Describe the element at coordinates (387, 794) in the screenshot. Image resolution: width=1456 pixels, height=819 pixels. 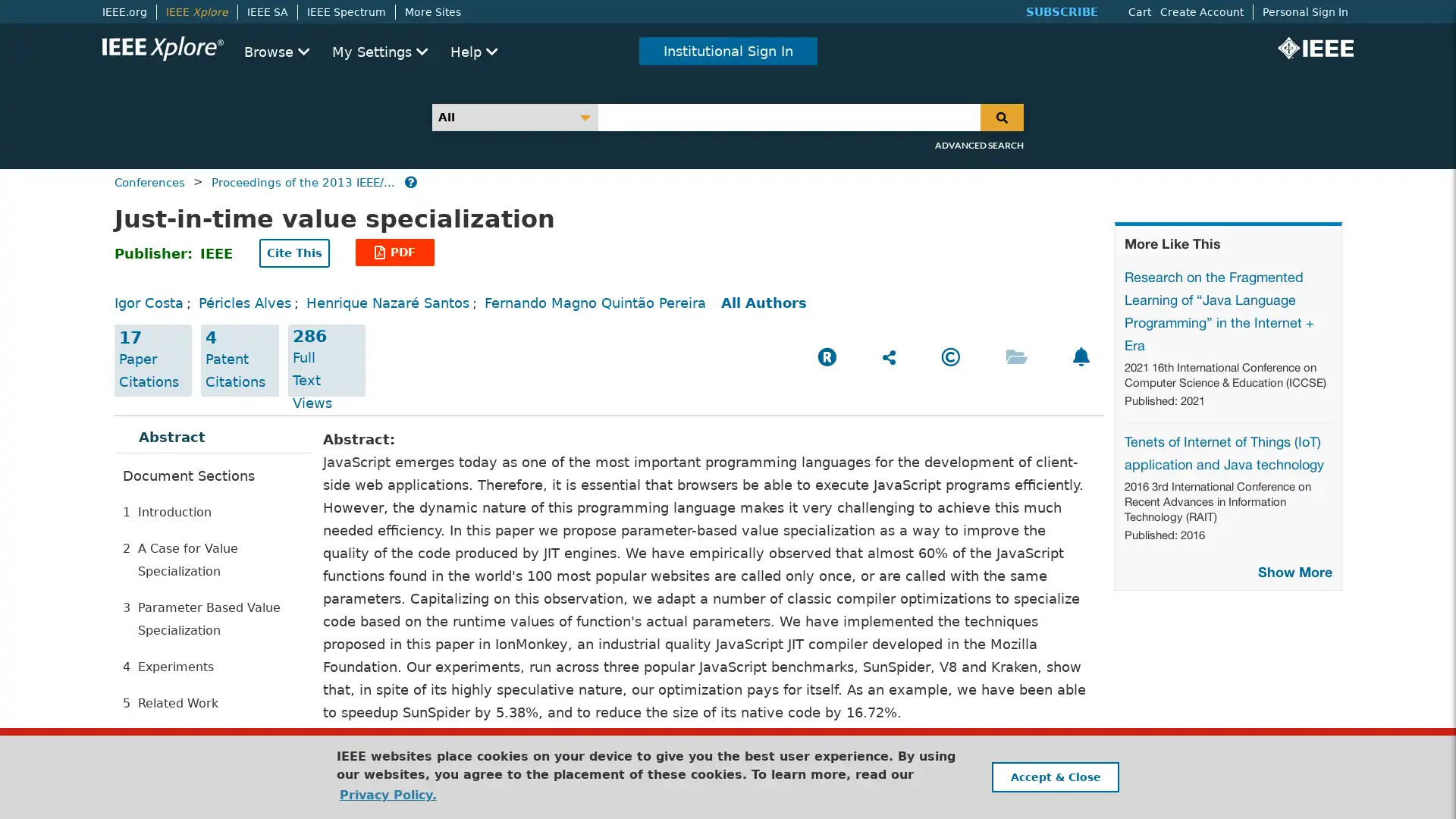
I see `learn more about cookies` at that location.